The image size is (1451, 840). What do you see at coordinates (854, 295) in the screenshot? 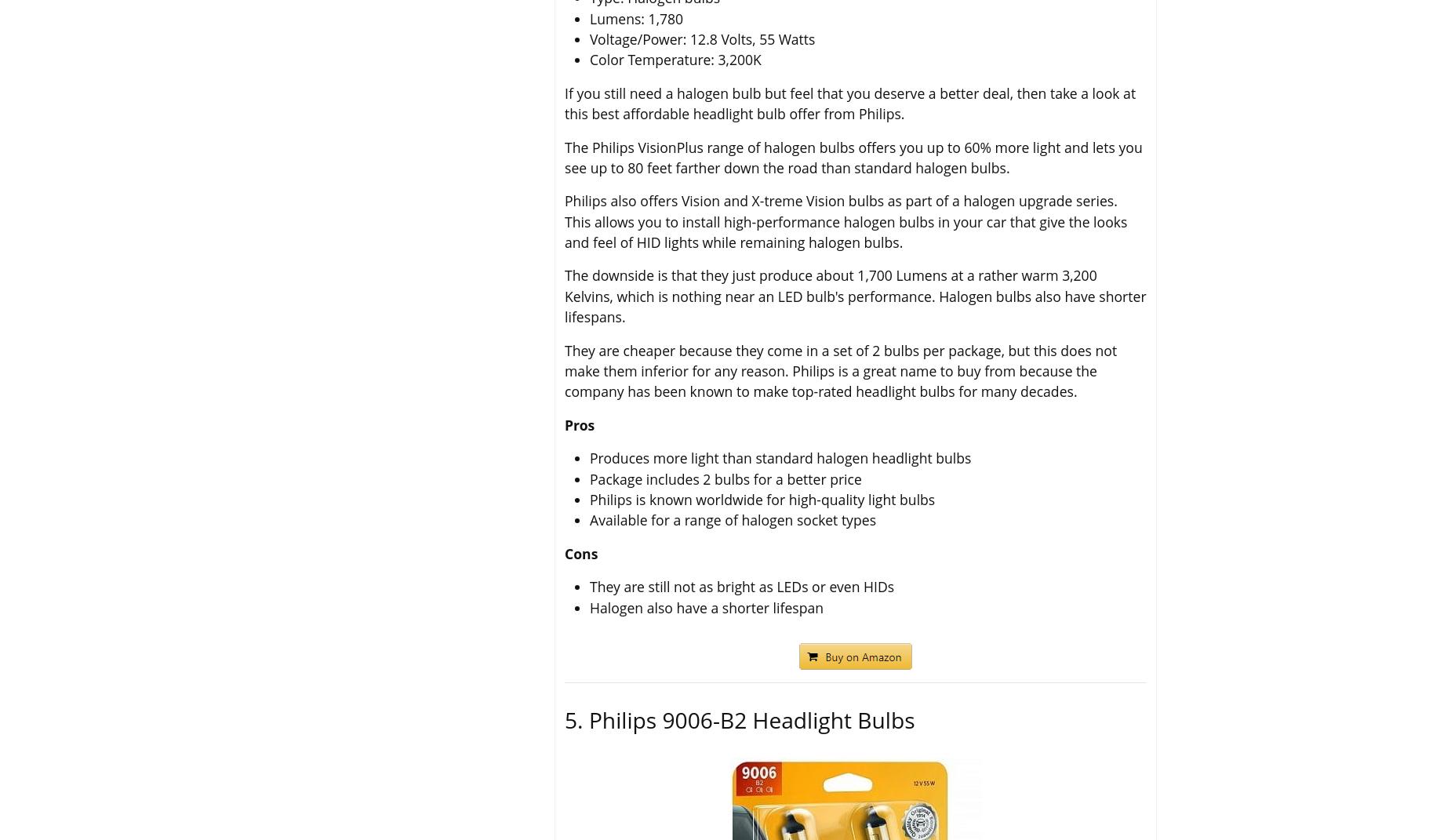
I see `'The downside is that they just produce about 1,700 Lumens at a rather warm 3,200 Kelvins, which is nothing near an LED bulb's performance. Halogen bulbs also have shorter lifespans.'` at bounding box center [854, 295].